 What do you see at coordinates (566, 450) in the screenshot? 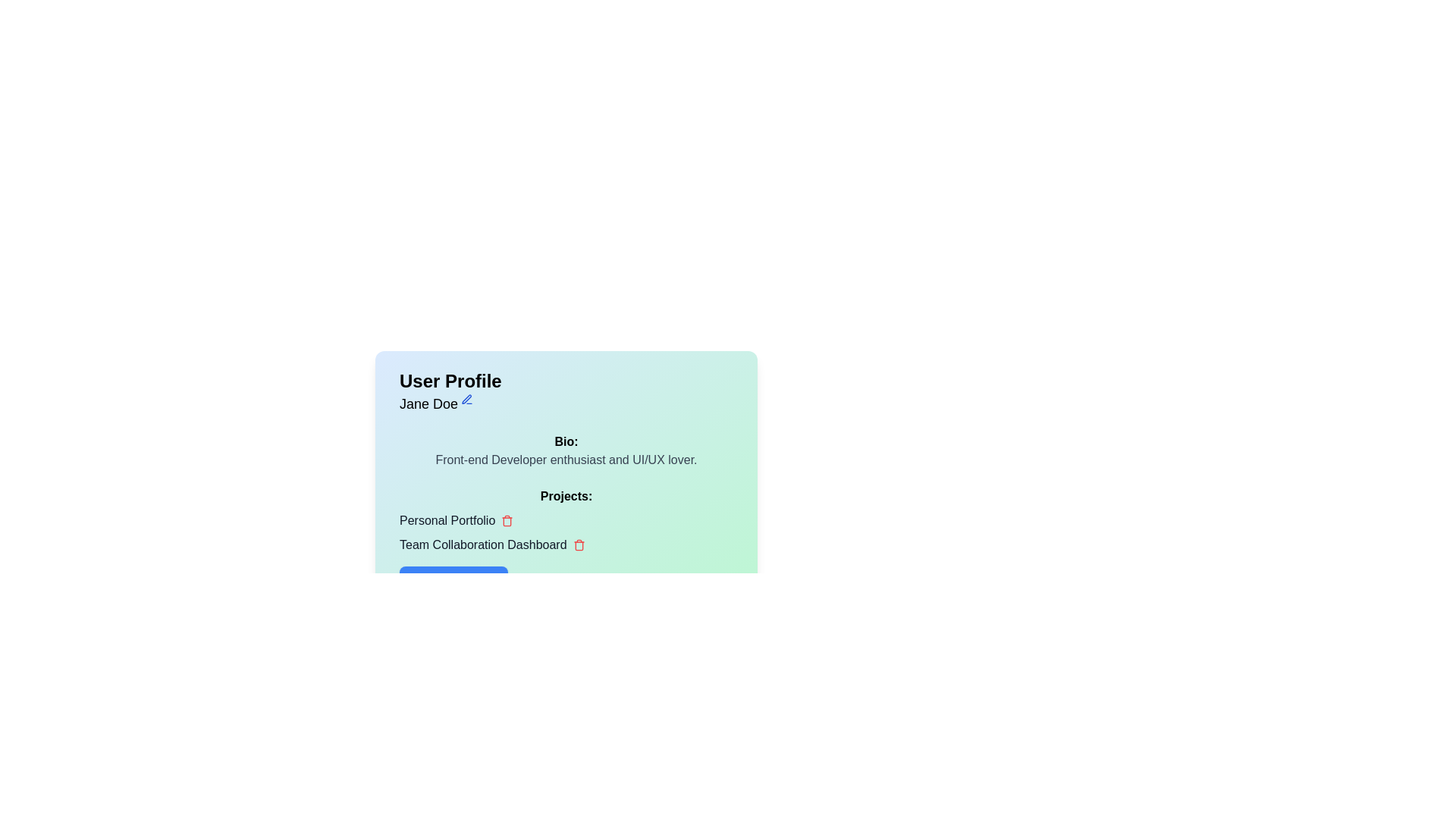
I see `description displayed in the text label 'Bio:' which states 'Front-end Developer enthusiast and UI/UX lover.'` at bounding box center [566, 450].